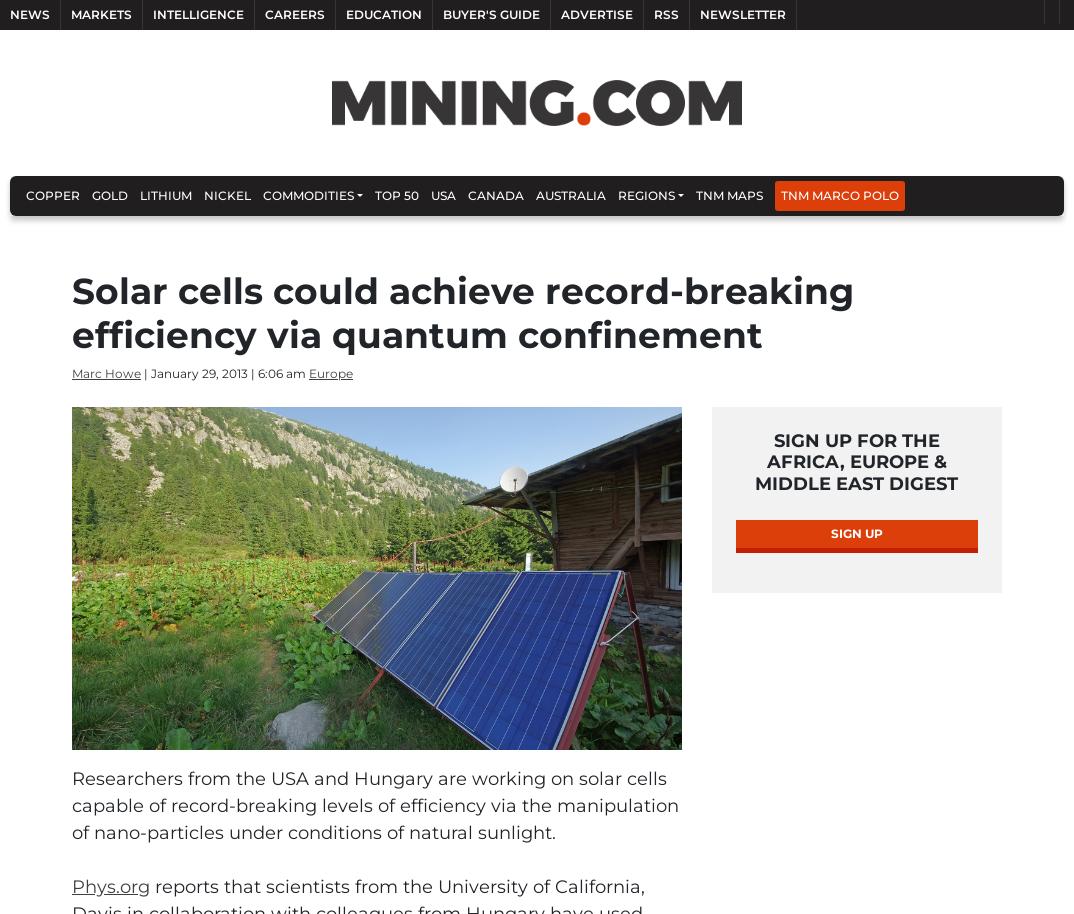 This screenshot has width=1074, height=914. Describe the element at coordinates (71, 803) in the screenshot. I see `'Researchers from the USA and Hungary are working on solar cells capable of record-breaking levels of efficiency via the manipulation of nano-particles under conditions of natural sunlight.'` at that location.